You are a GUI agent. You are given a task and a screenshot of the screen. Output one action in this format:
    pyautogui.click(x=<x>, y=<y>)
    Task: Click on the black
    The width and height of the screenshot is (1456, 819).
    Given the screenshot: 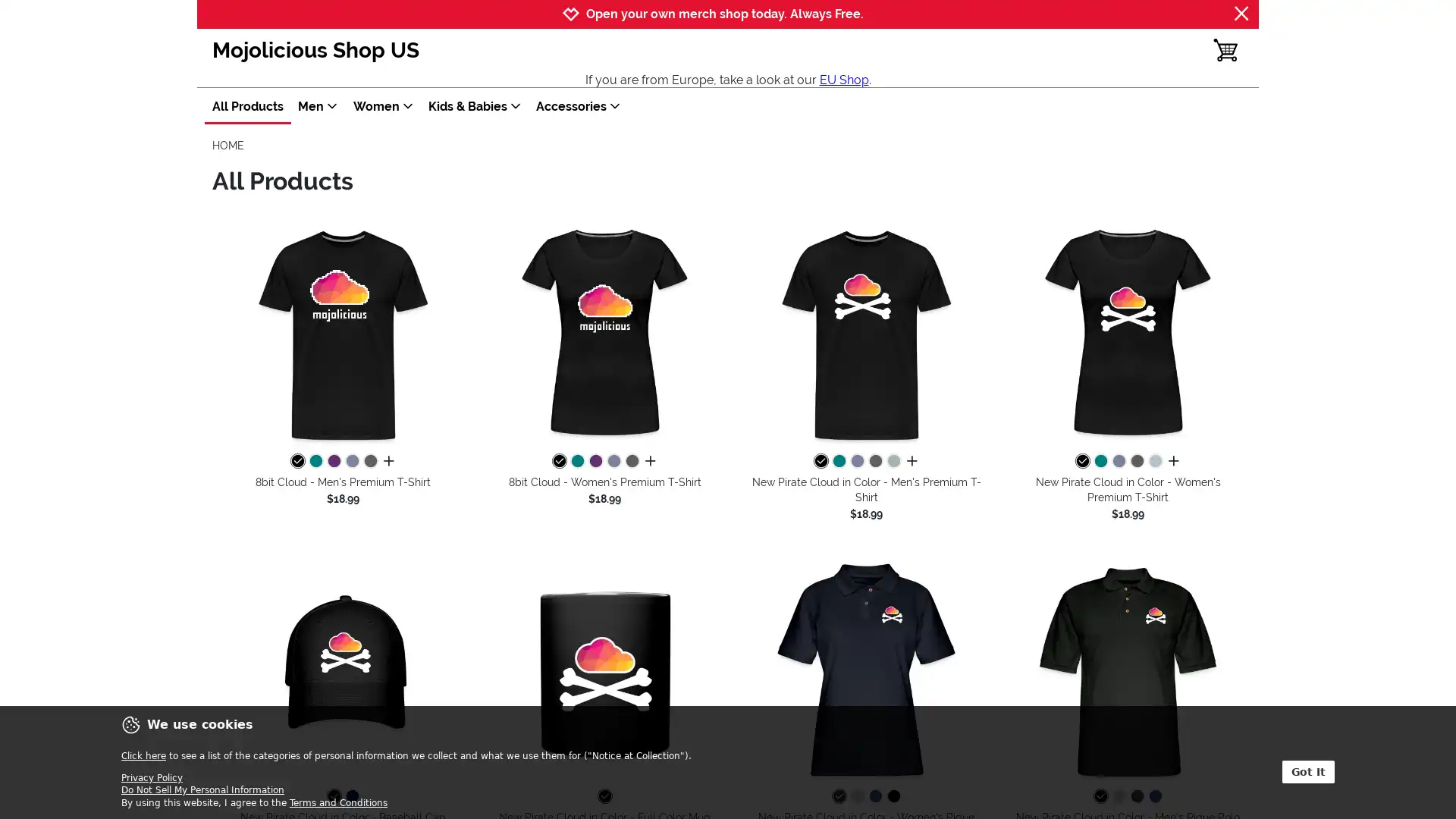 What is the action you would take?
    pyautogui.click(x=1100, y=796)
    